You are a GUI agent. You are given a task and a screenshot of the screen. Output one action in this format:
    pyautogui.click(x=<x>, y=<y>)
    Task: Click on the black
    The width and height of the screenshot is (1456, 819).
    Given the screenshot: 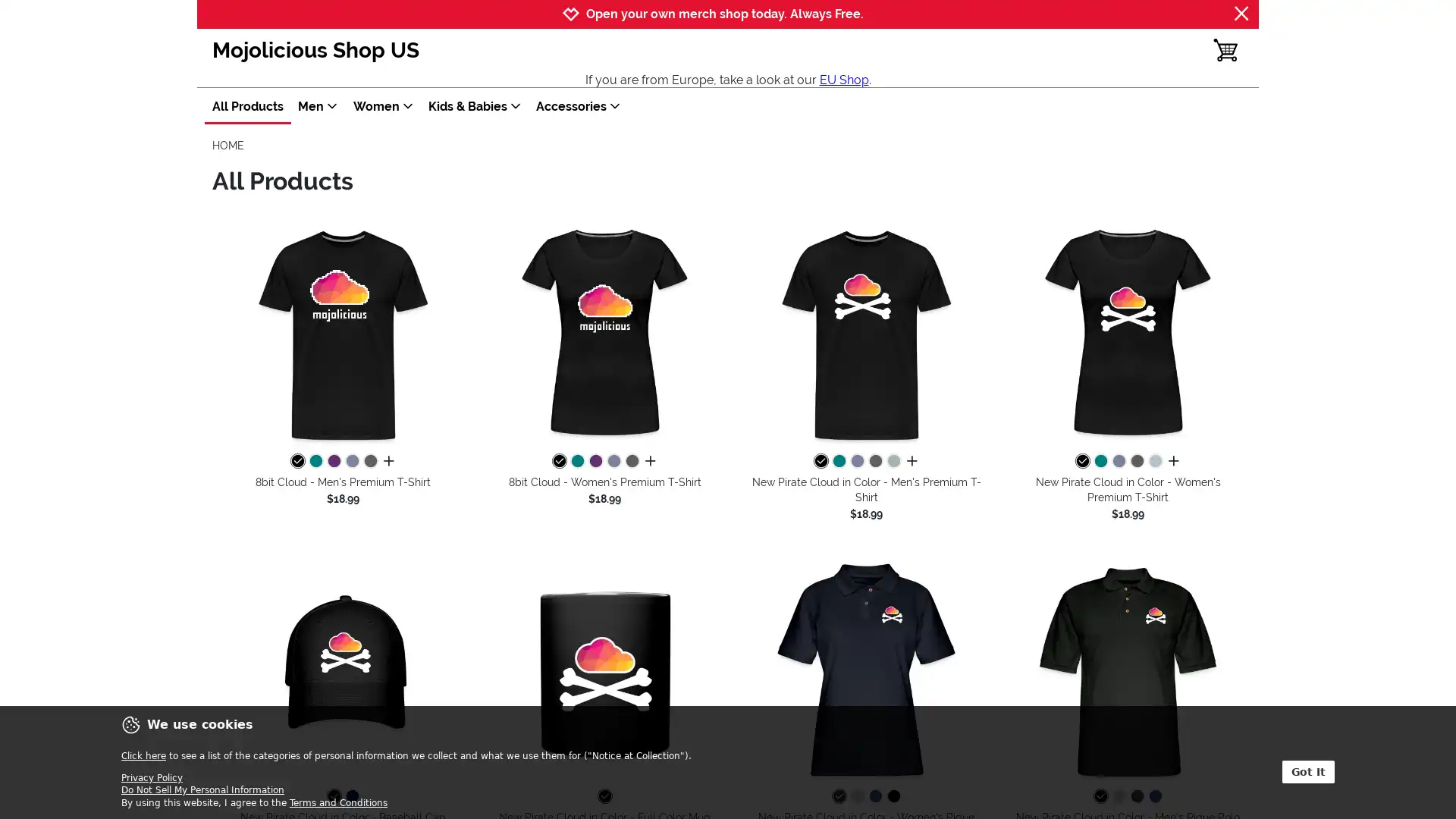 What is the action you would take?
    pyautogui.click(x=1100, y=796)
    